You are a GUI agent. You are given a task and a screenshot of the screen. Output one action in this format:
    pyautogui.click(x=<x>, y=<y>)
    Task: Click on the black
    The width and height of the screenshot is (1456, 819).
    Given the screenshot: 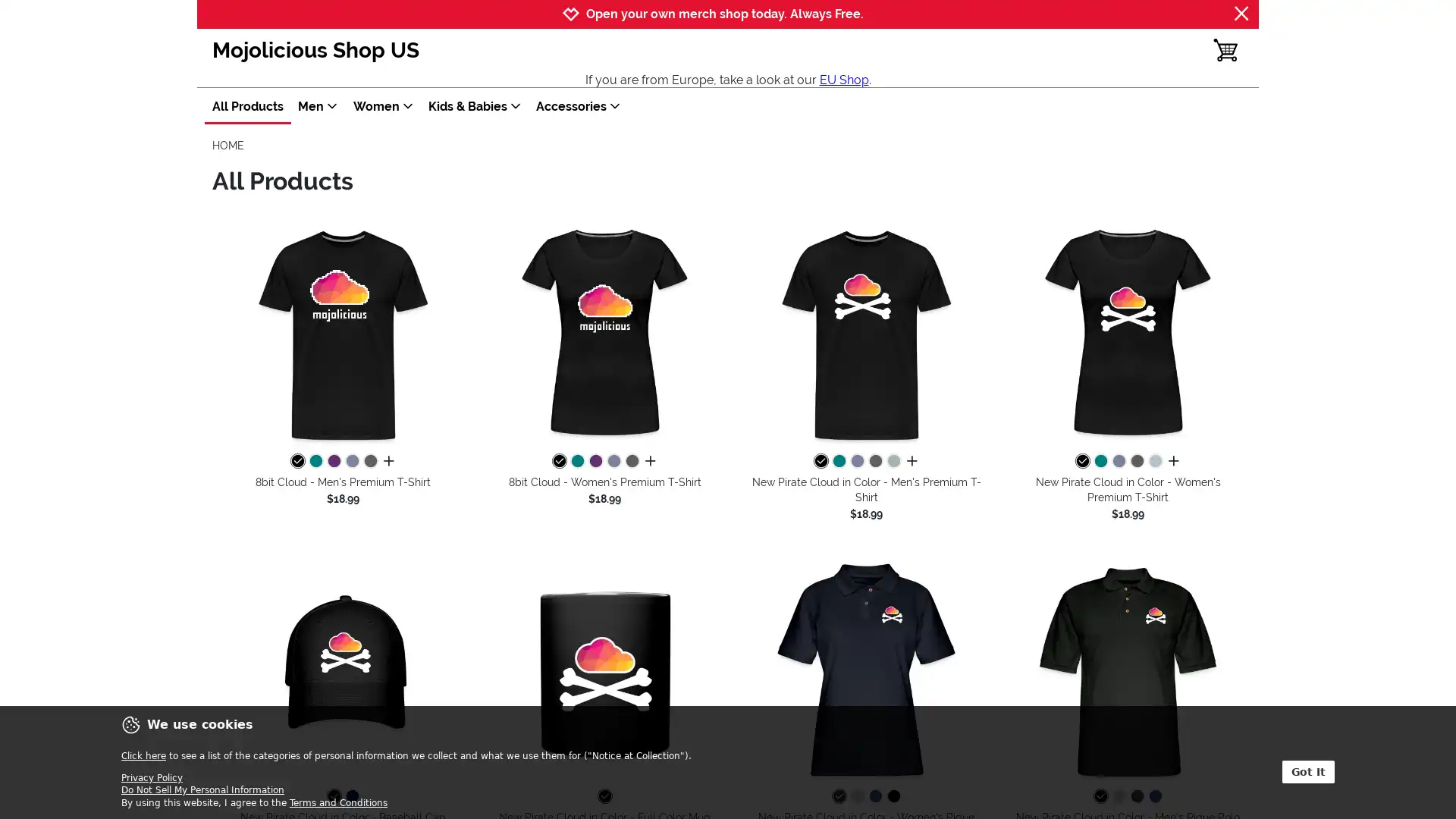 What is the action you would take?
    pyautogui.click(x=1100, y=796)
    